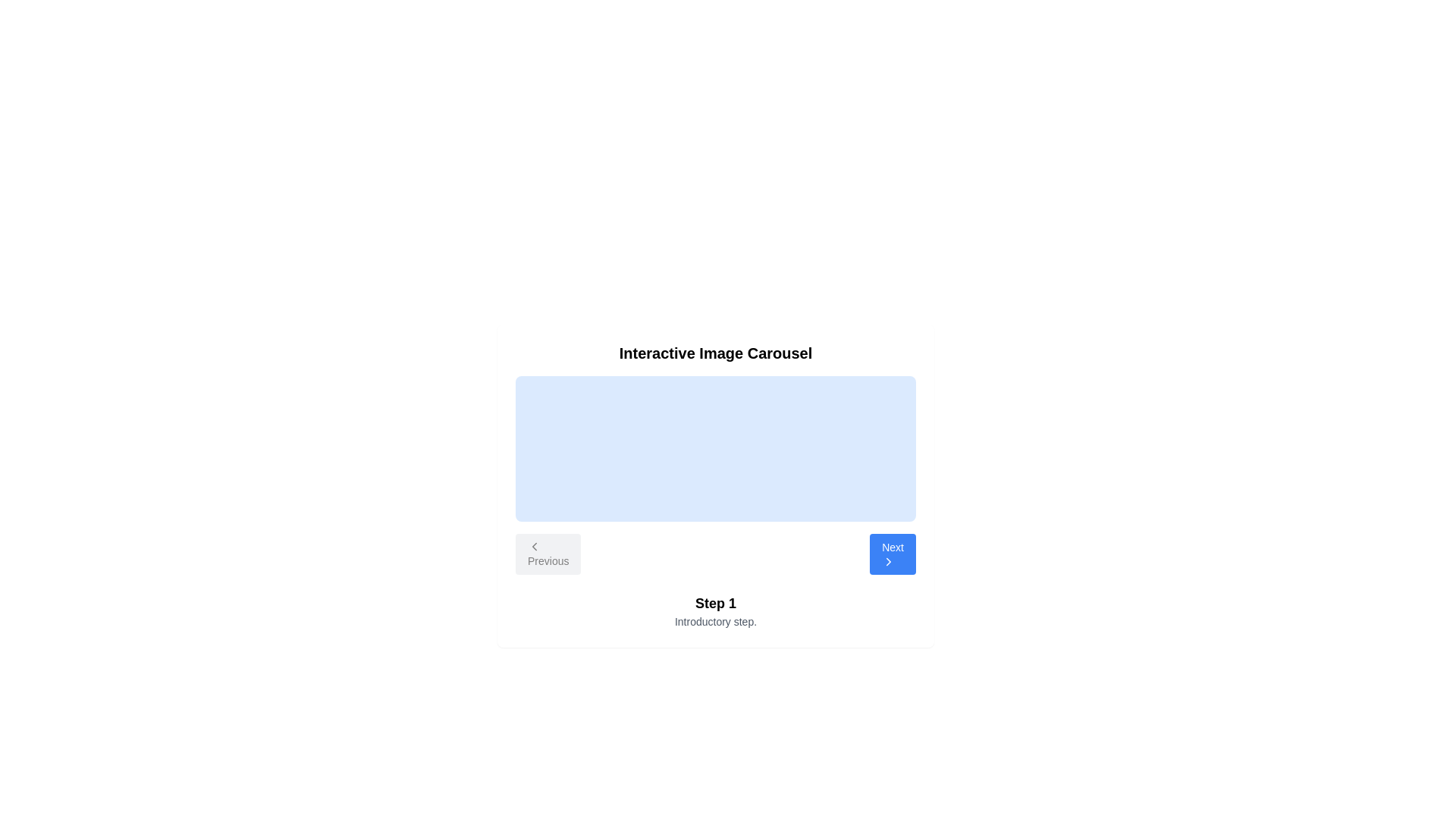 The height and width of the screenshot is (819, 1456). What do you see at coordinates (548, 554) in the screenshot?
I see `the navigation button located at the bottom left corner of the interface` at bounding box center [548, 554].